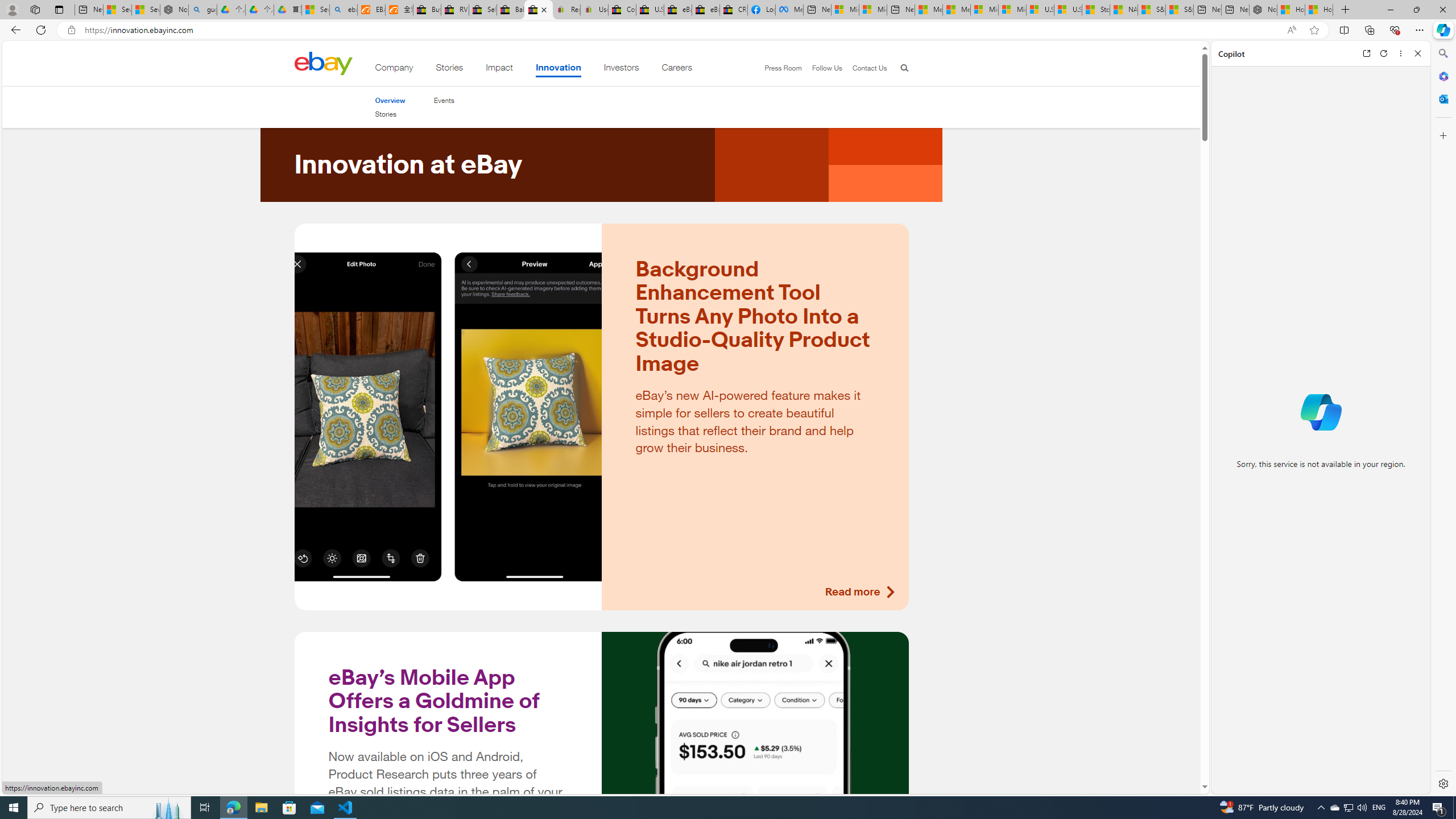  What do you see at coordinates (1178, 9) in the screenshot?
I see `'S&P 500, Nasdaq end lower, weighed by Nvidia dip | Watch'` at bounding box center [1178, 9].